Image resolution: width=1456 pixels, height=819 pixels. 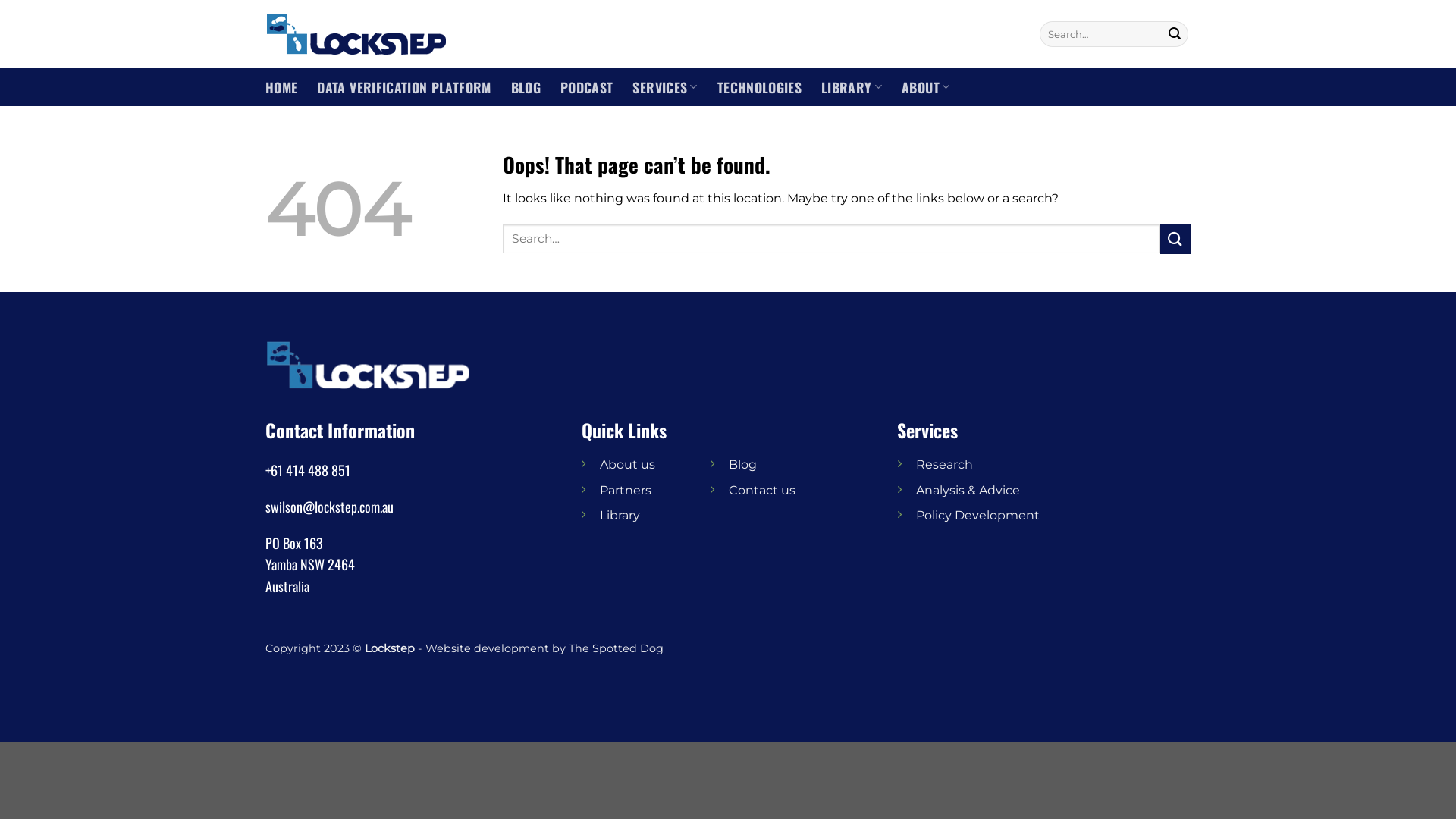 I want to click on 'TECHNOLOGIES', so click(x=759, y=87).